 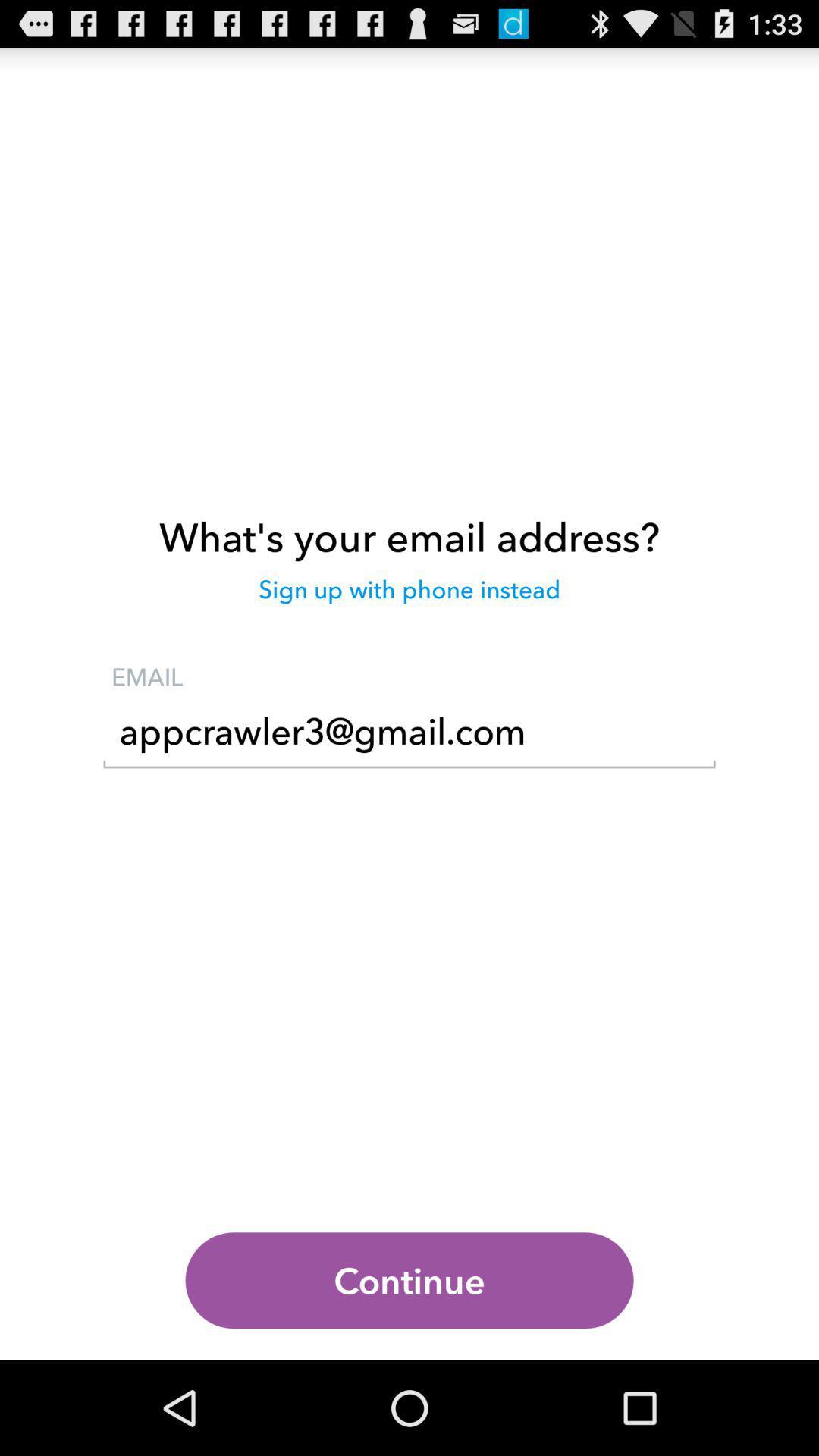 What do you see at coordinates (409, 736) in the screenshot?
I see `appcrawler3@gmail.com icon` at bounding box center [409, 736].